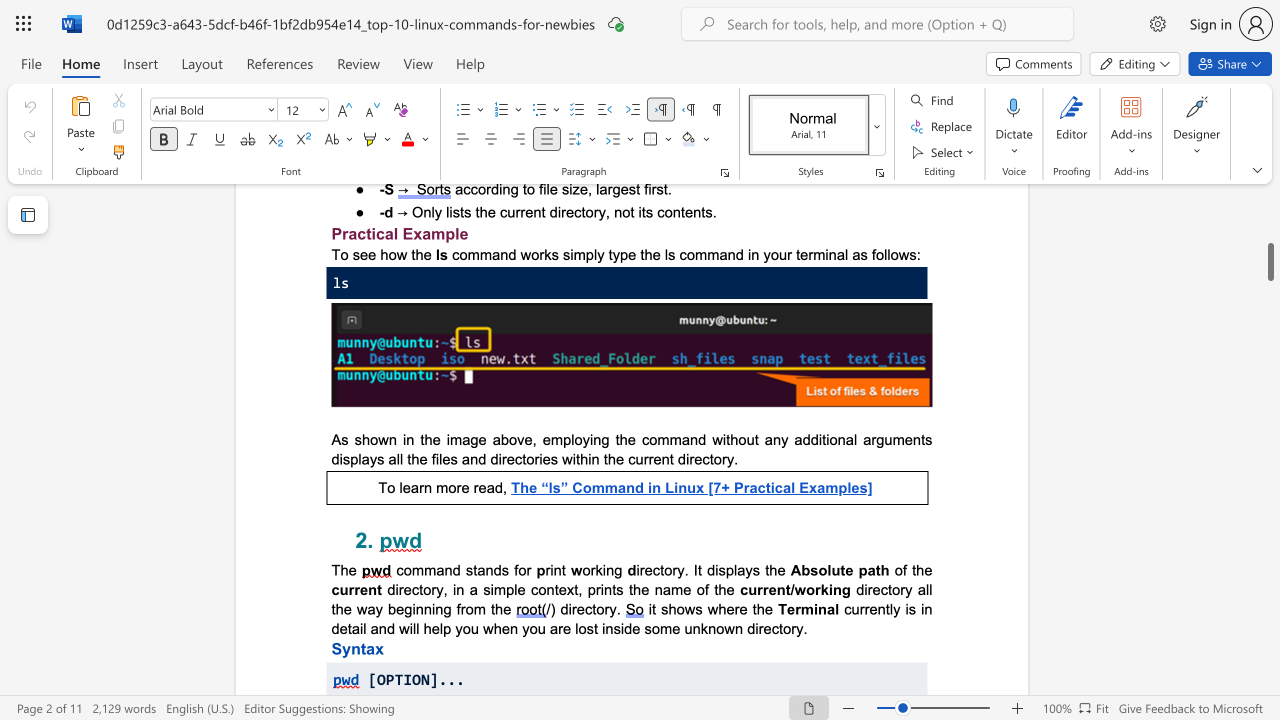  I want to click on the 3th character "r" in the text, so click(475, 487).